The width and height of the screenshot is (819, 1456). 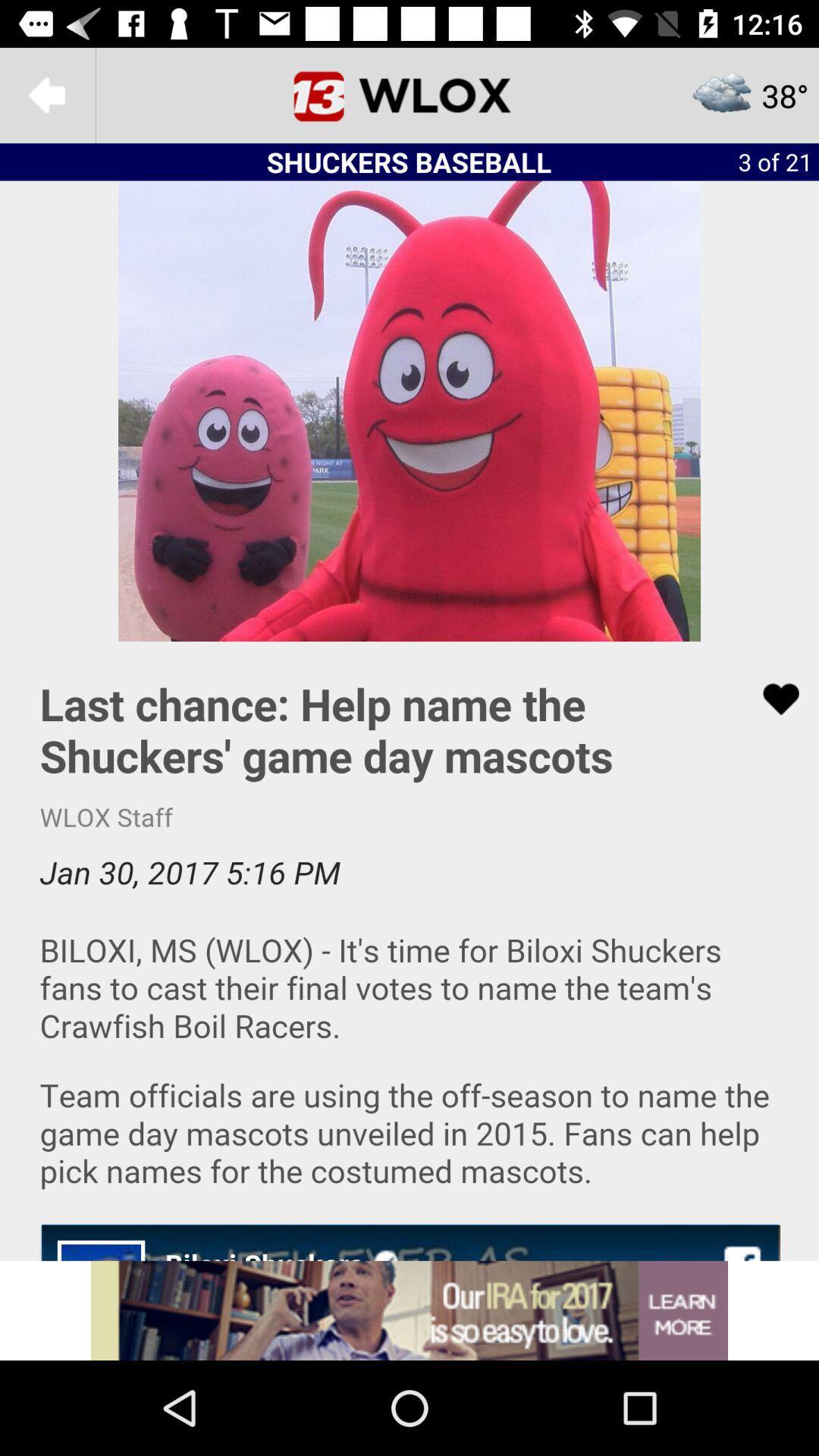 I want to click on go back, so click(x=46, y=94).